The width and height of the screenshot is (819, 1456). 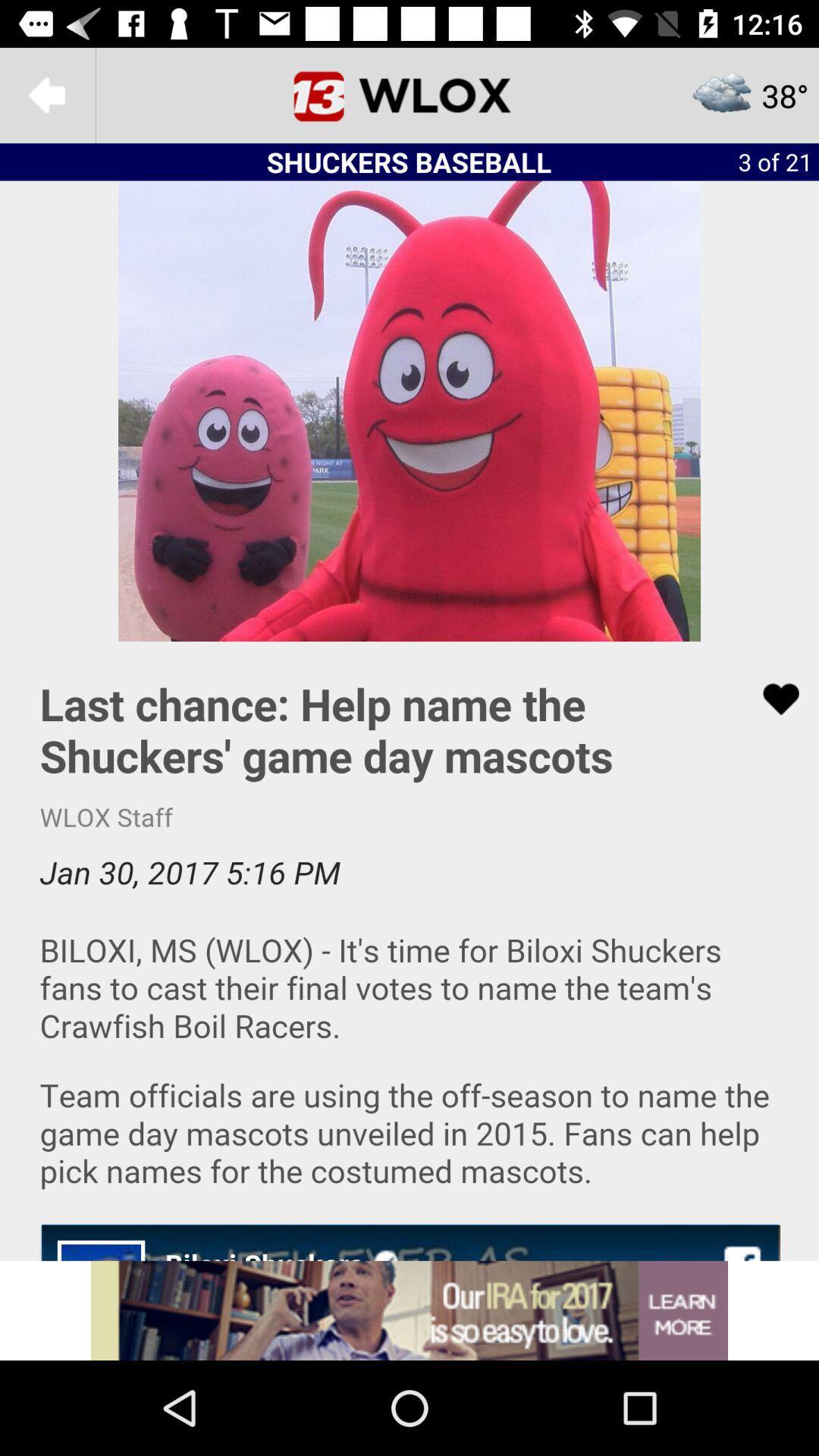 I want to click on go back, so click(x=46, y=94).